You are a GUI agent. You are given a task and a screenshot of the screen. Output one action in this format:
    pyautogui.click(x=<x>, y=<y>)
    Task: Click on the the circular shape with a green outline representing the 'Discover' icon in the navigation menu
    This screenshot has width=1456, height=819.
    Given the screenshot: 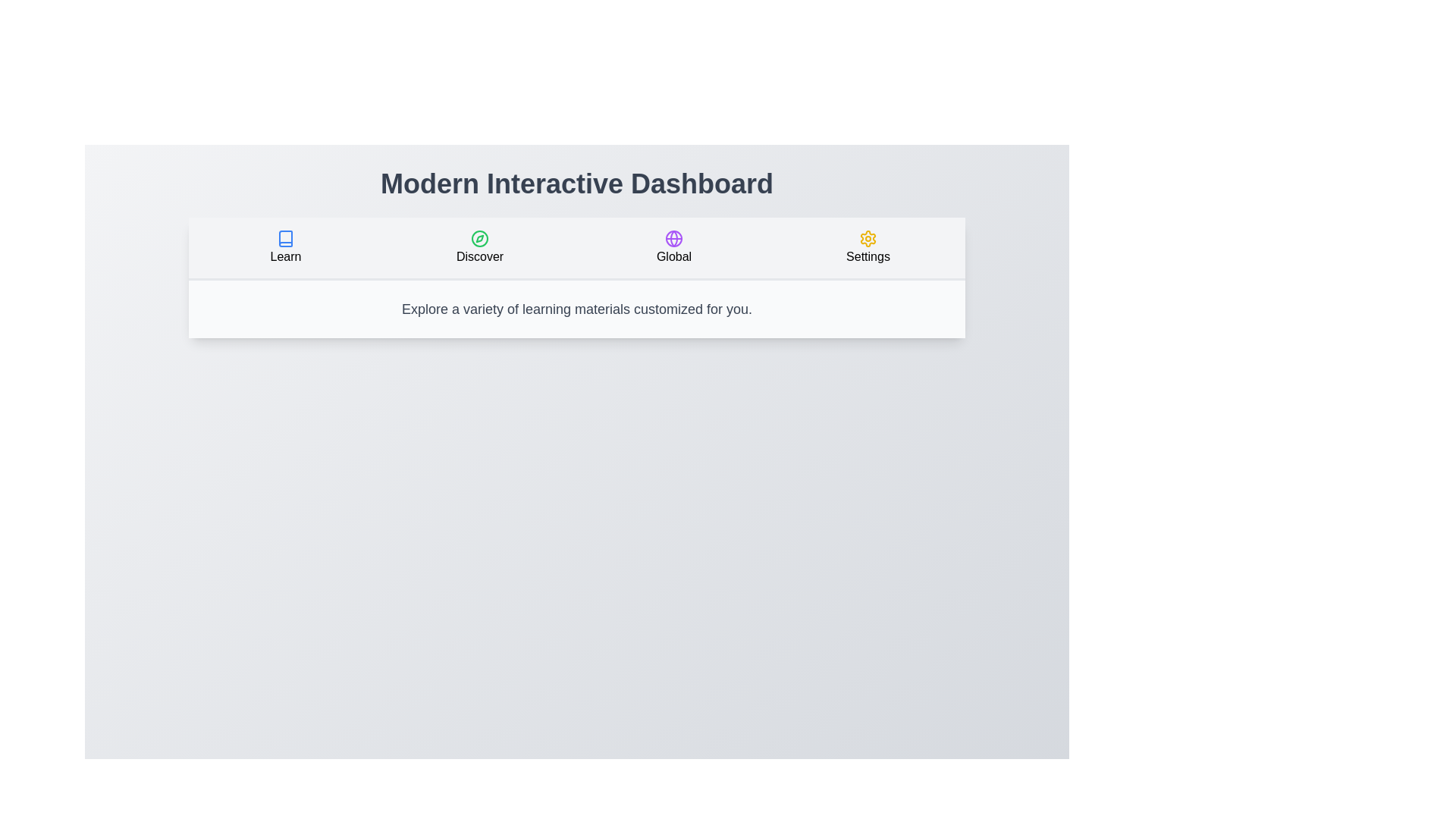 What is the action you would take?
    pyautogui.click(x=479, y=239)
    